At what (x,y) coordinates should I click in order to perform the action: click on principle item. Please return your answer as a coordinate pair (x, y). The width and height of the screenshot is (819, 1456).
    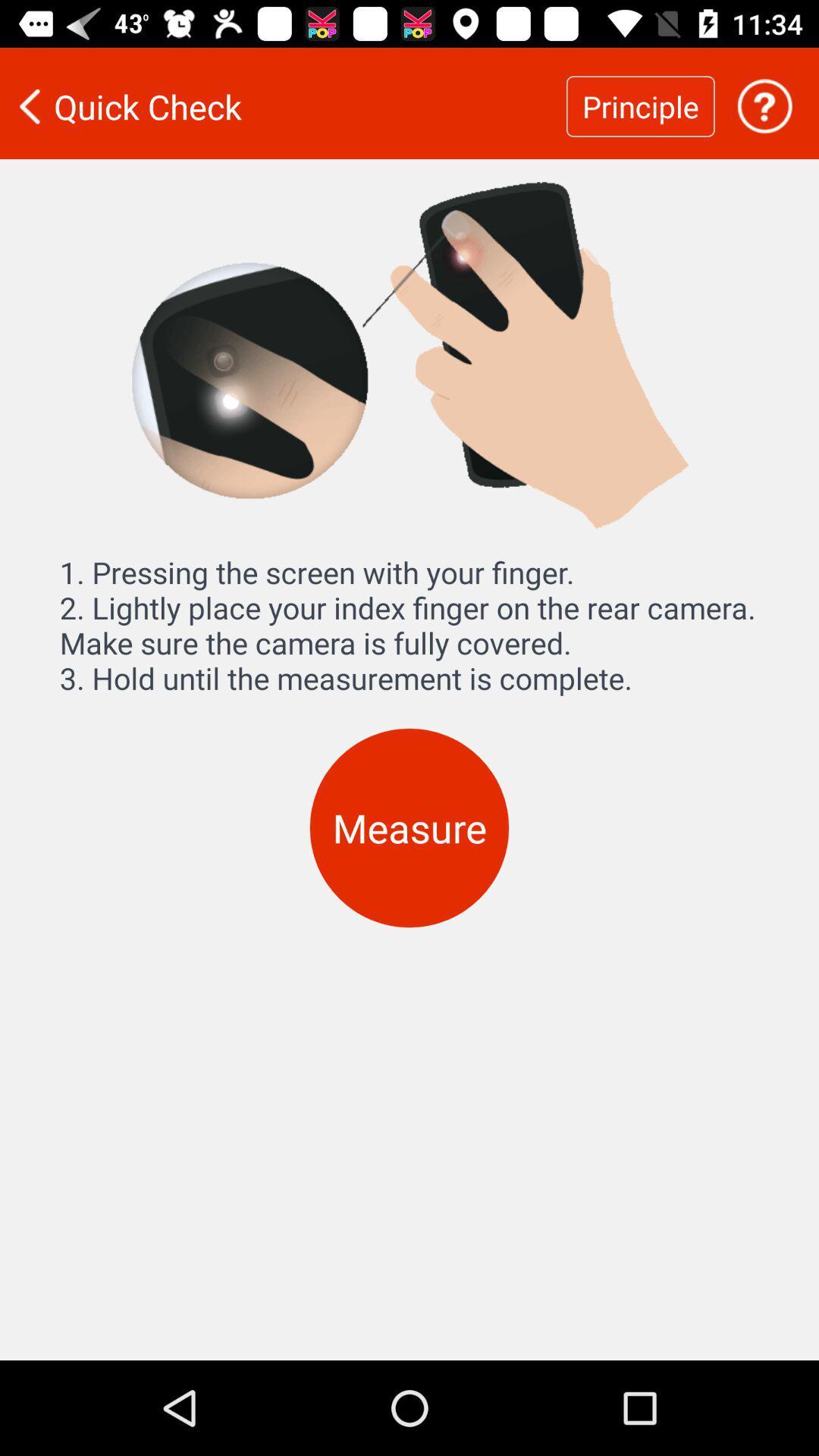
    Looking at the image, I should click on (640, 105).